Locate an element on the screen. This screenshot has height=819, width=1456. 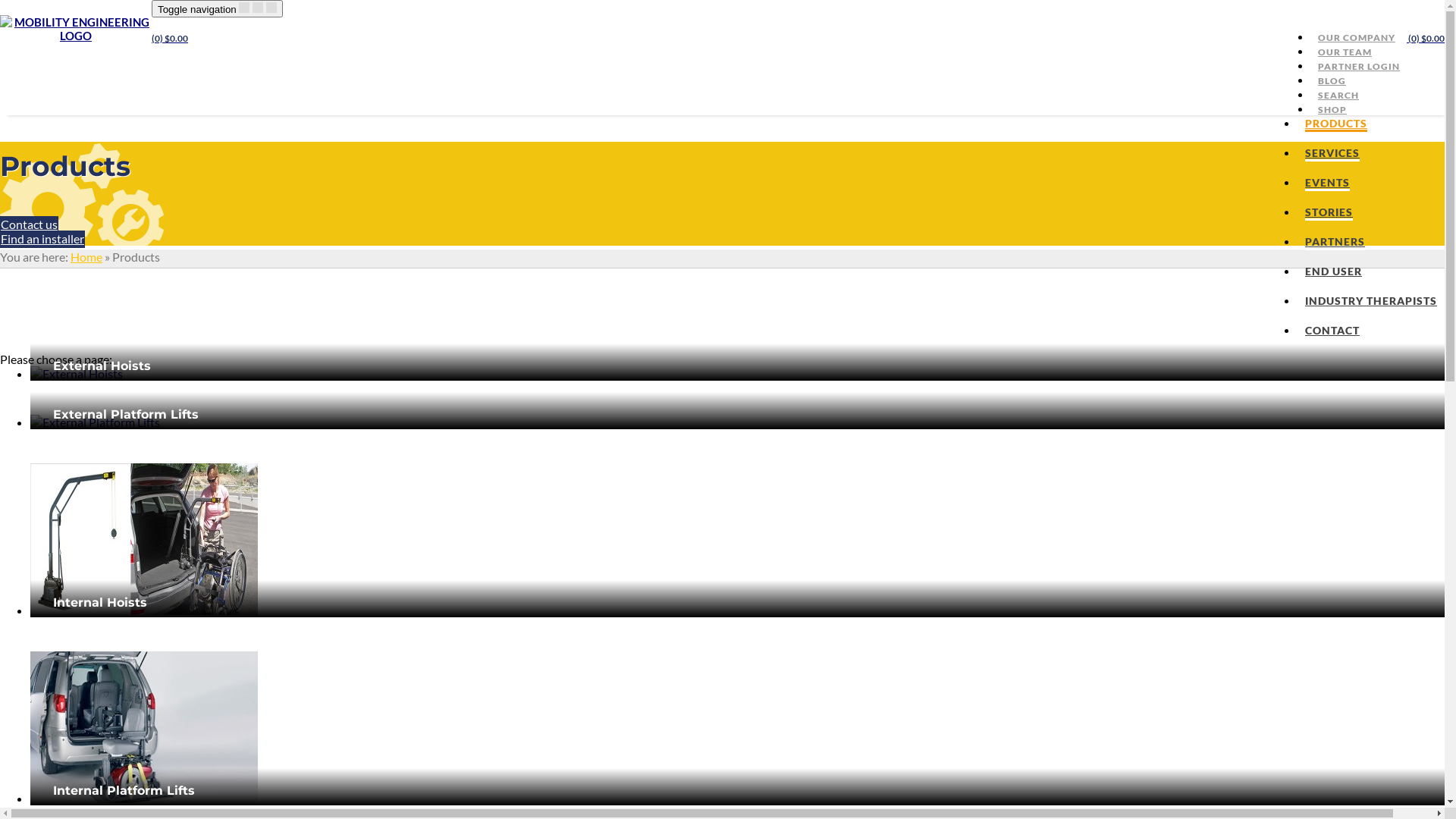
'Contact us' is located at coordinates (29, 224).